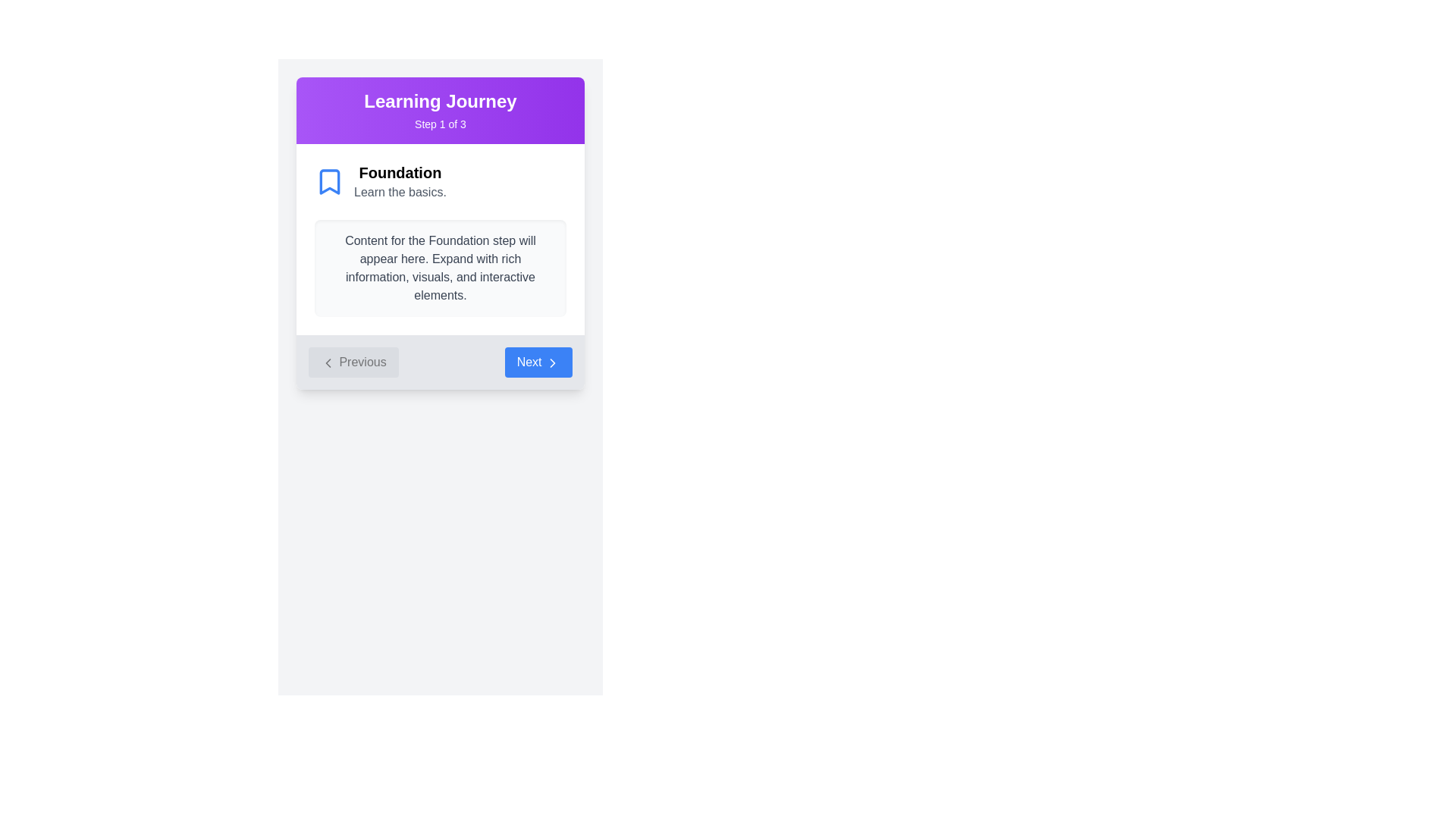 The height and width of the screenshot is (819, 1456). I want to click on displayed information on the Foundation step Card located centrally within the Learning Journey interface, positioned below the header 'Step 1 of 3' and above the navigation buttons 'Previous' and 'Next', so click(439, 239).